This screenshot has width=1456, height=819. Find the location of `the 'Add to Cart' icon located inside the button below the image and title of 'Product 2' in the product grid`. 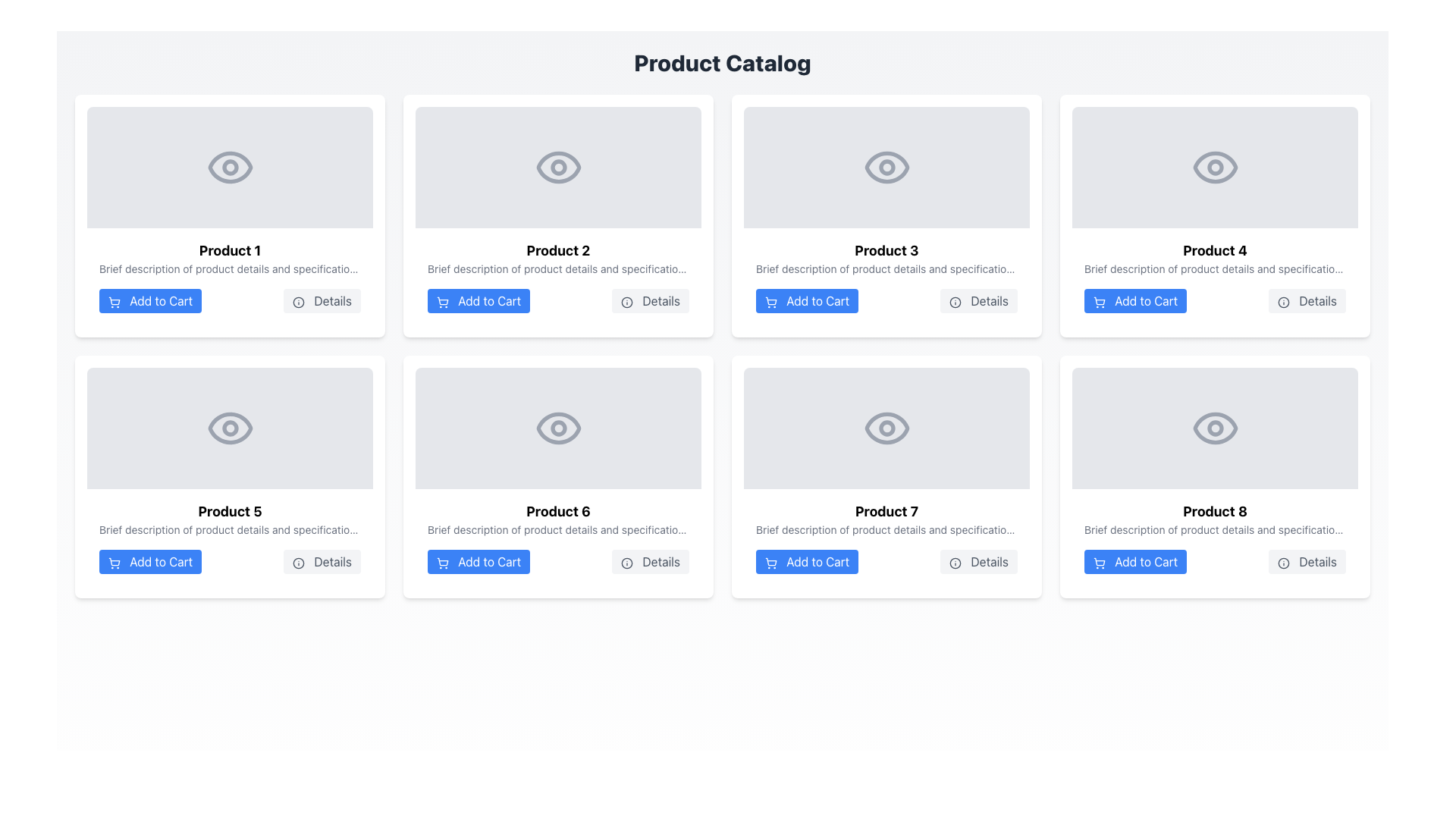

the 'Add to Cart' icon located inside the button below the image and title of 'Product 2' in the product grid is located at coordinates (442, 301).